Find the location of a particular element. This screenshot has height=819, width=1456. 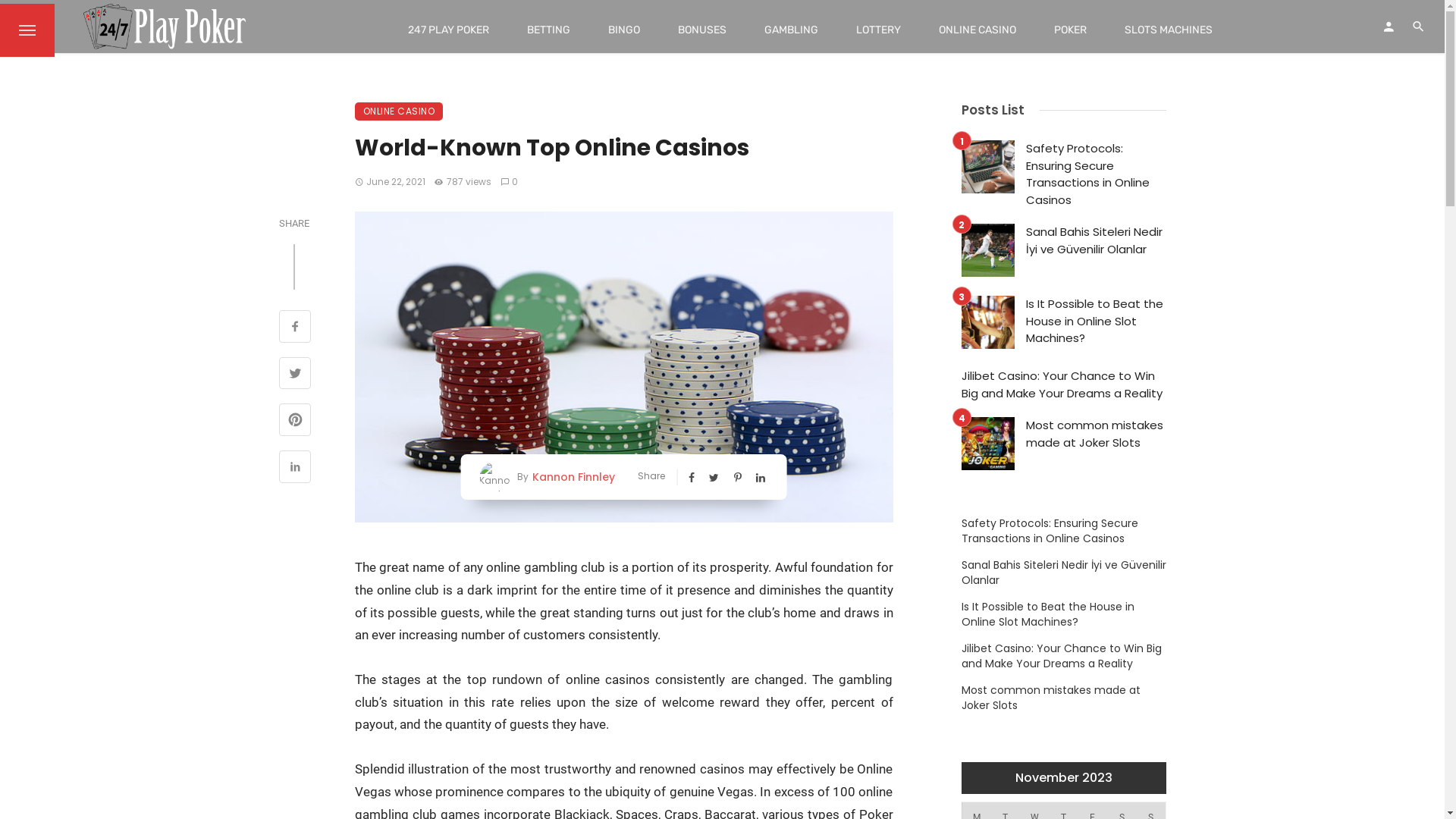

'Share on Pinterest' is located at coordinates (279, 421).